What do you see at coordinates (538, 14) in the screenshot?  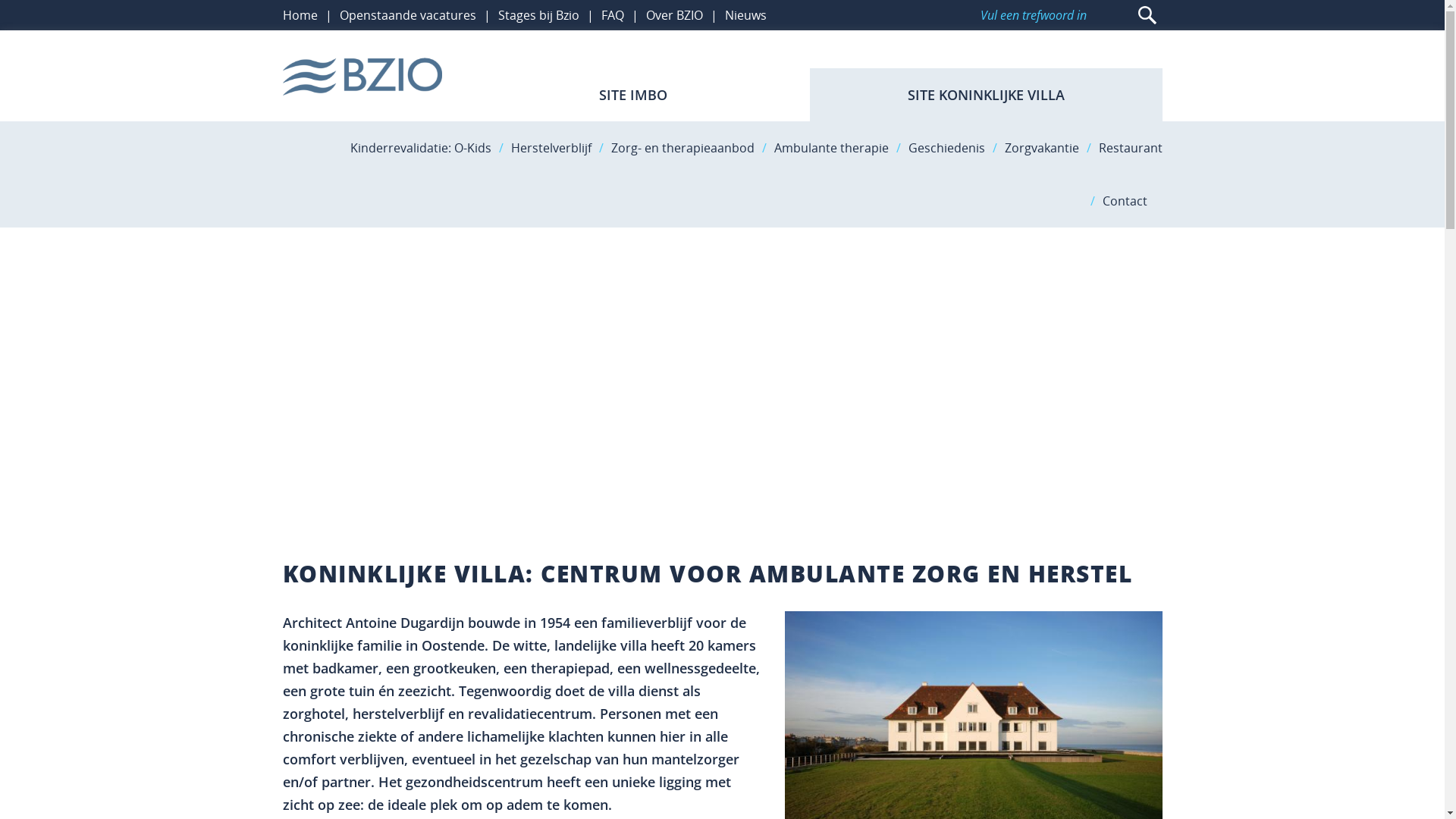 I see `'Stages bij Bzio'` at bounding box center [538, 14].